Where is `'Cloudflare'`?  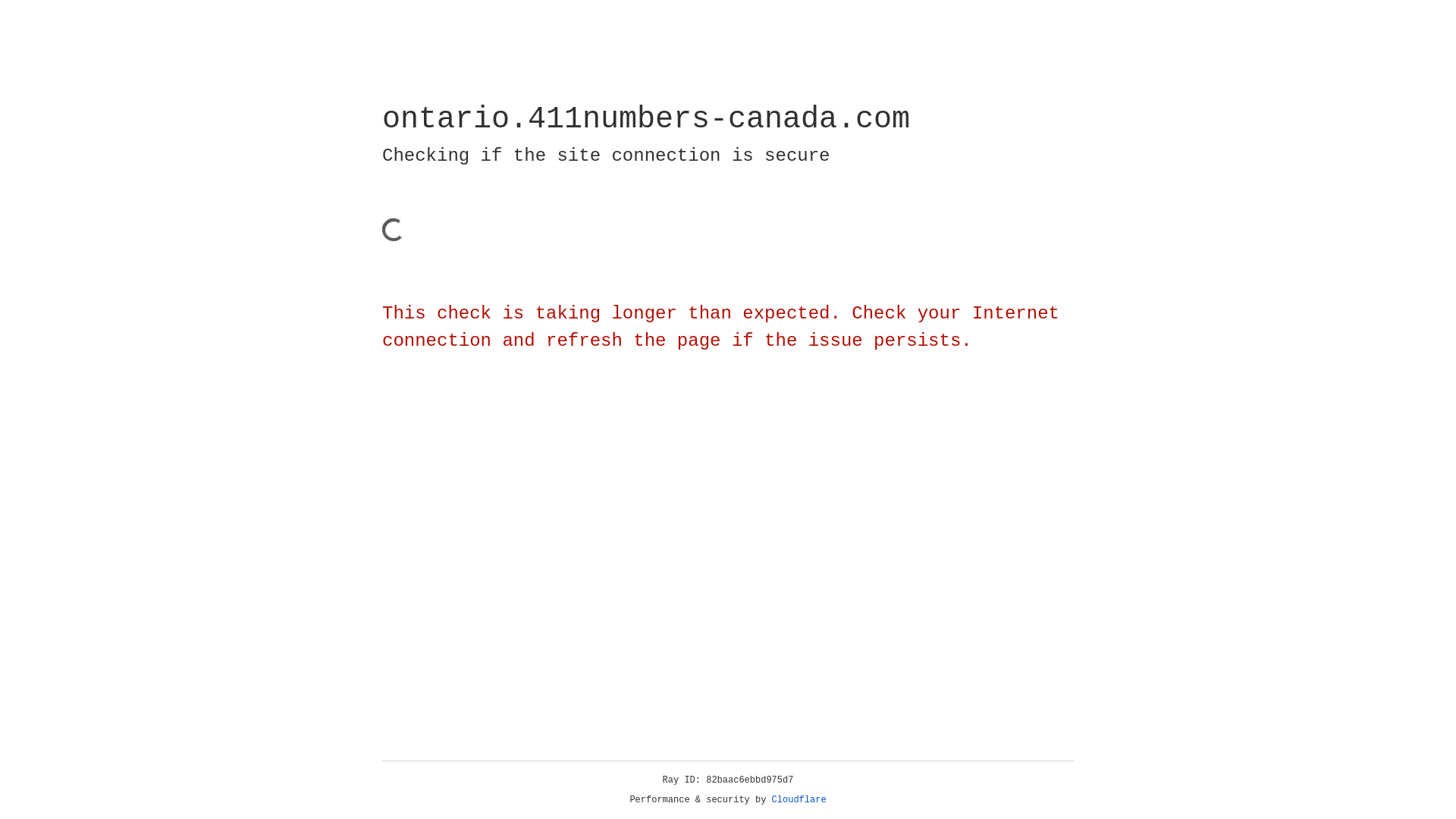 'Cloudflare' is located at coordinates (799, 799).